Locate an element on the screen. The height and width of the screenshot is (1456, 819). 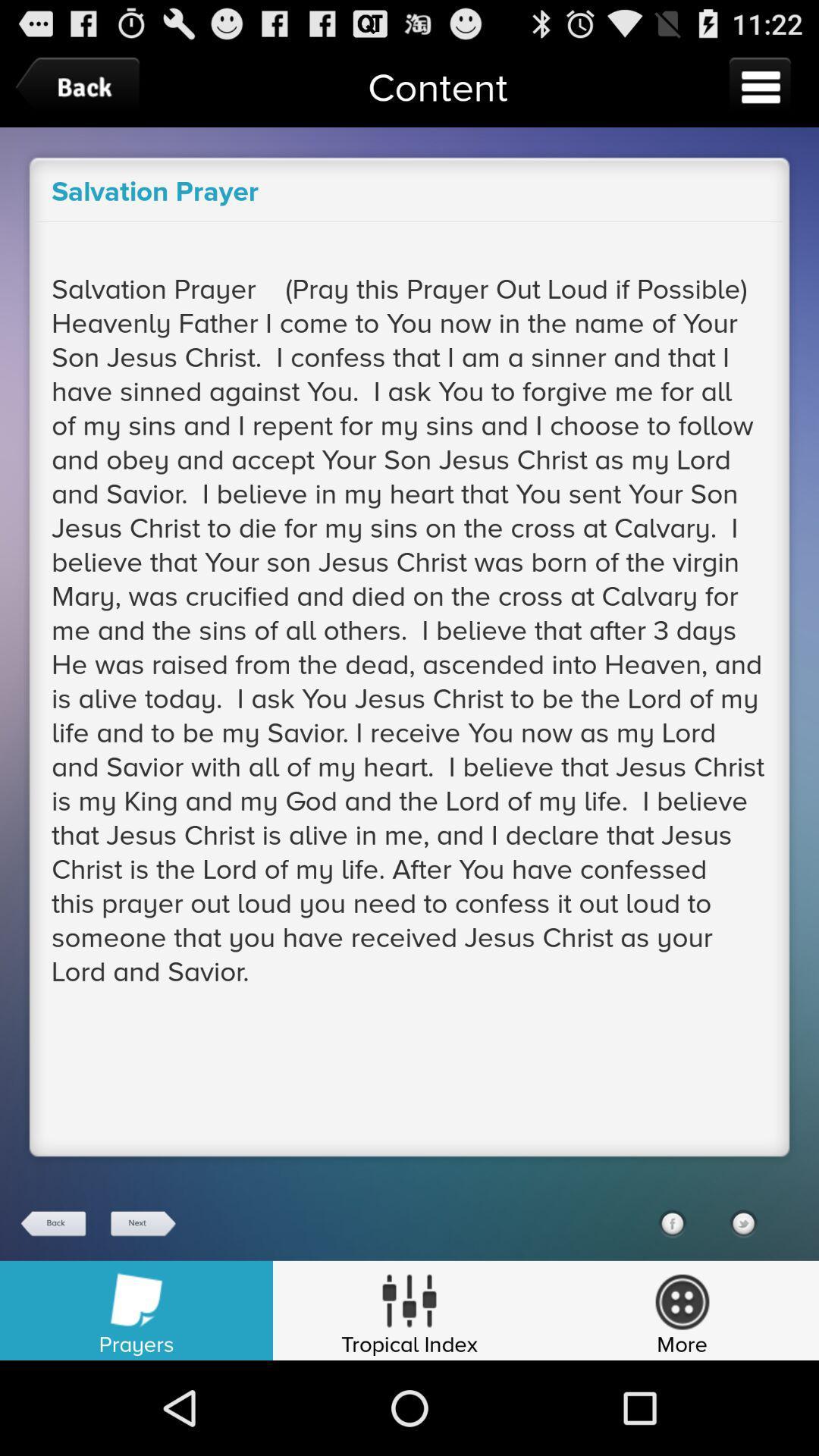
the icon to the right of the content is located at coordinates (760, 86).